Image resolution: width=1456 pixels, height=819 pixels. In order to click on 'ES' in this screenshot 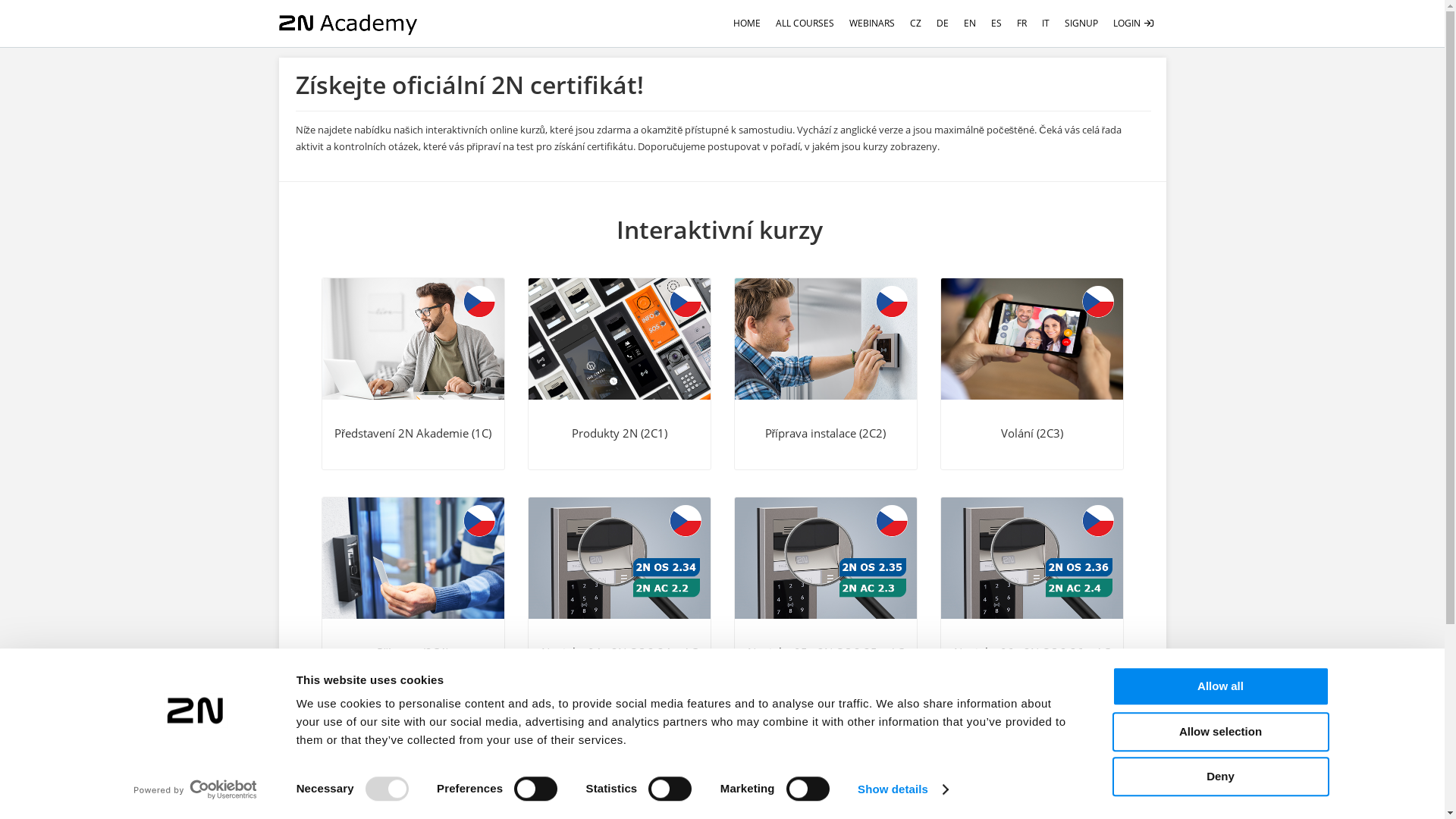, I will do `click(996, 23)`.